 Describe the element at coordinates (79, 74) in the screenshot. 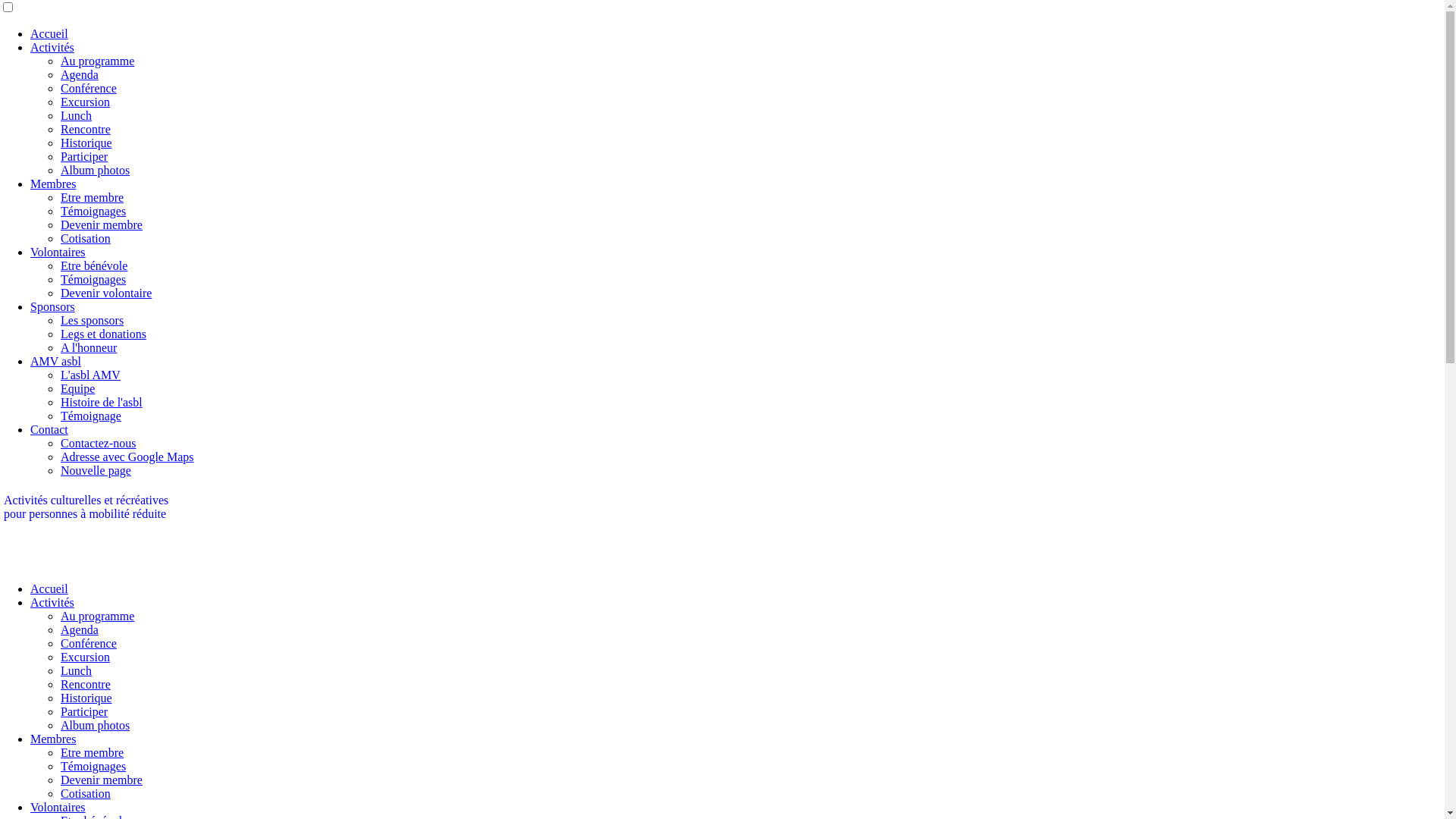

I see `'Agenda'` at that location.